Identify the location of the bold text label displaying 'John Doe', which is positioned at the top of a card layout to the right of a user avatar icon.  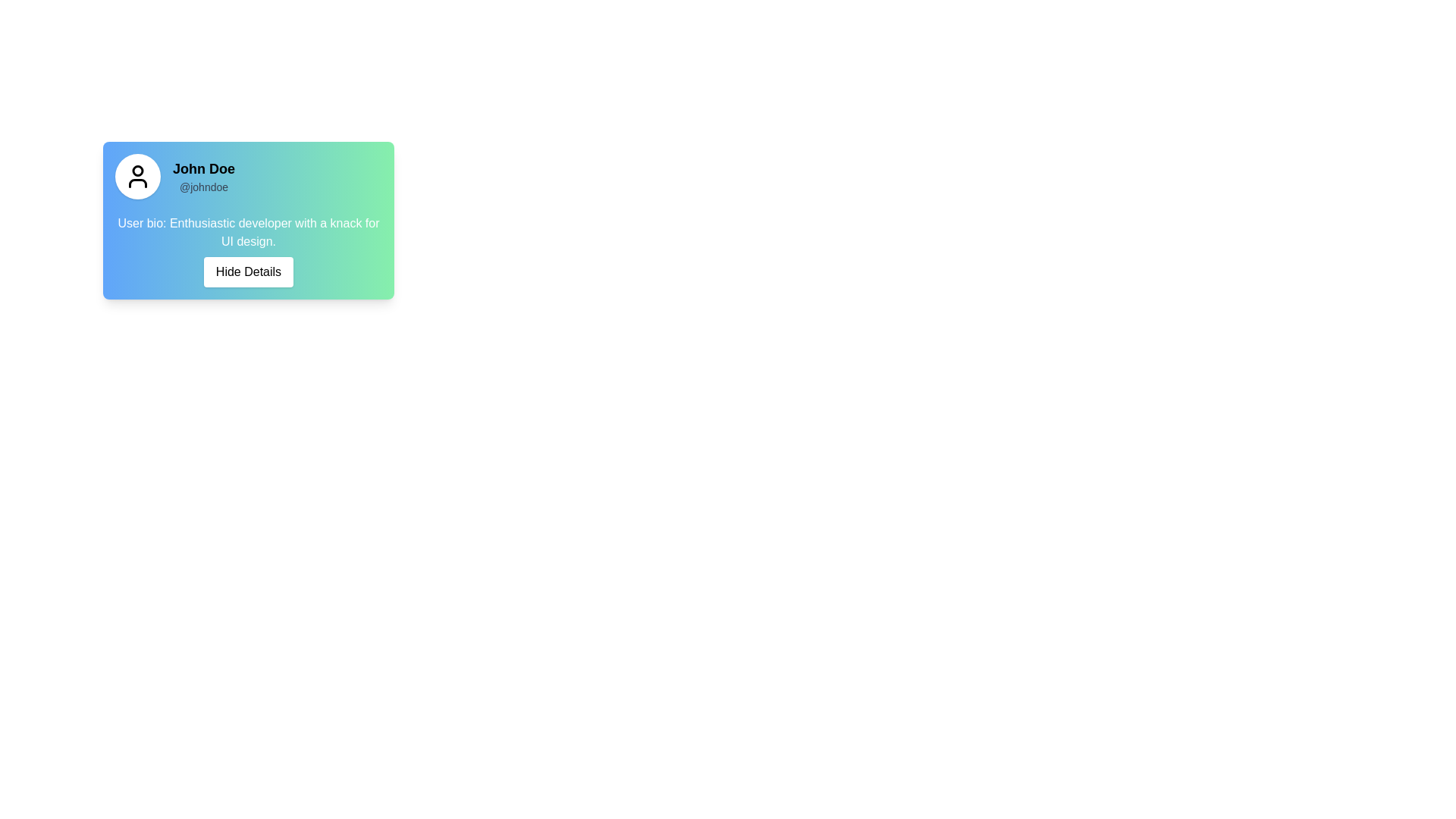
(202, 169).